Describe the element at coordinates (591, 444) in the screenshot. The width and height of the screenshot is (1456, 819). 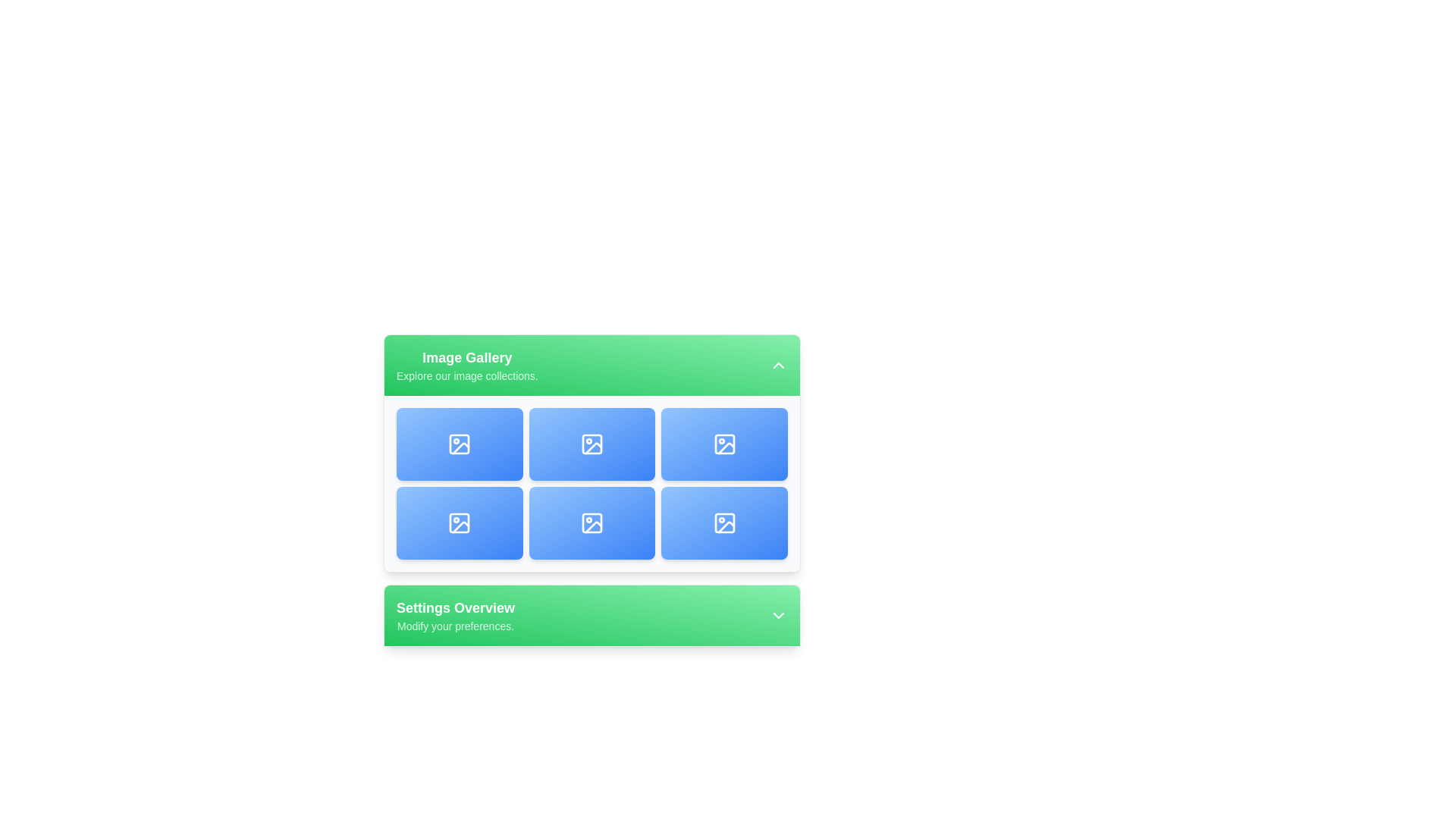
I see `the first icon button in the middle row of the 3x2 grid layout in the 'Image Gallery' section` at that location.